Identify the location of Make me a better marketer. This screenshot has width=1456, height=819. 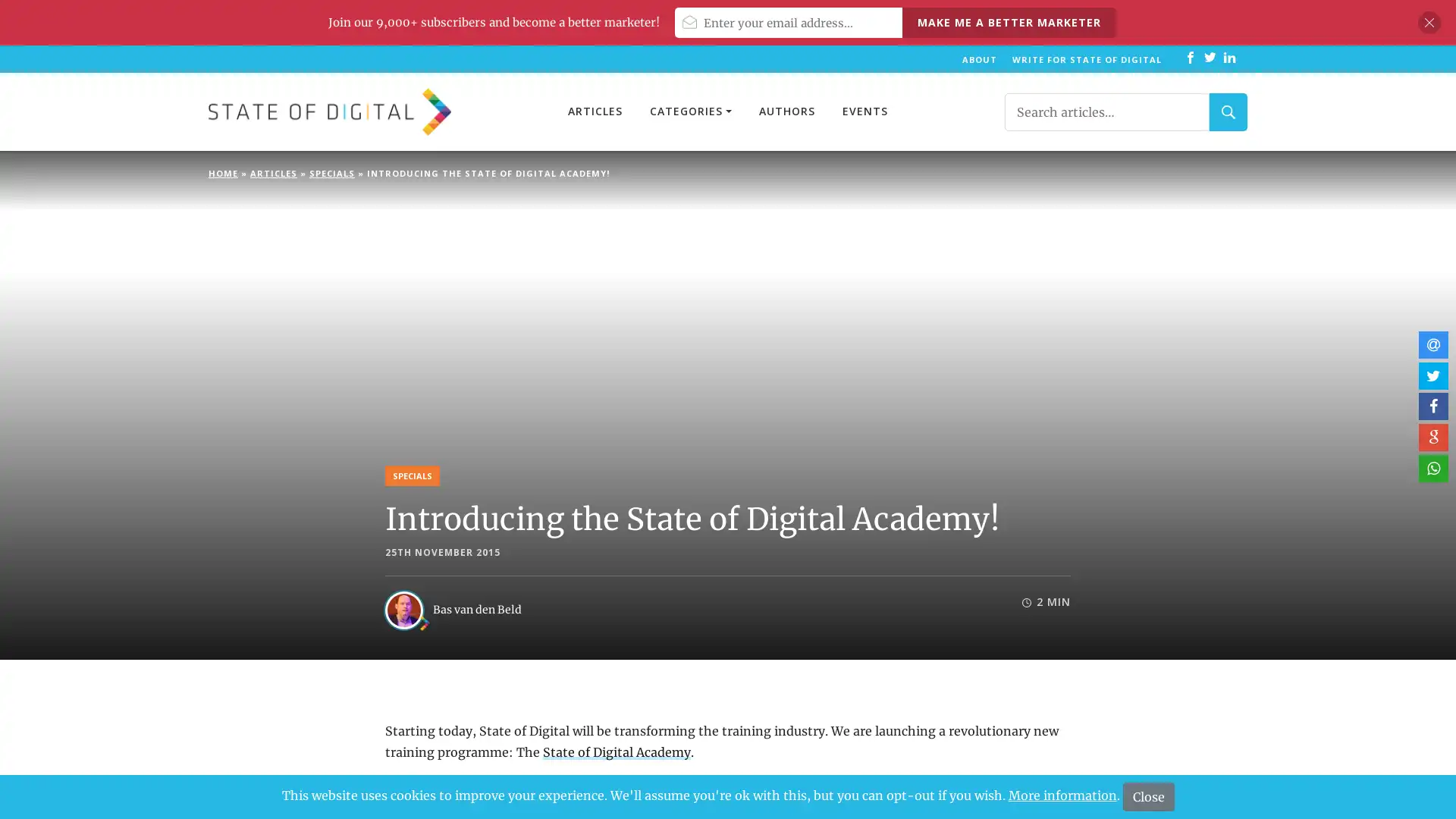
(1008, 23).